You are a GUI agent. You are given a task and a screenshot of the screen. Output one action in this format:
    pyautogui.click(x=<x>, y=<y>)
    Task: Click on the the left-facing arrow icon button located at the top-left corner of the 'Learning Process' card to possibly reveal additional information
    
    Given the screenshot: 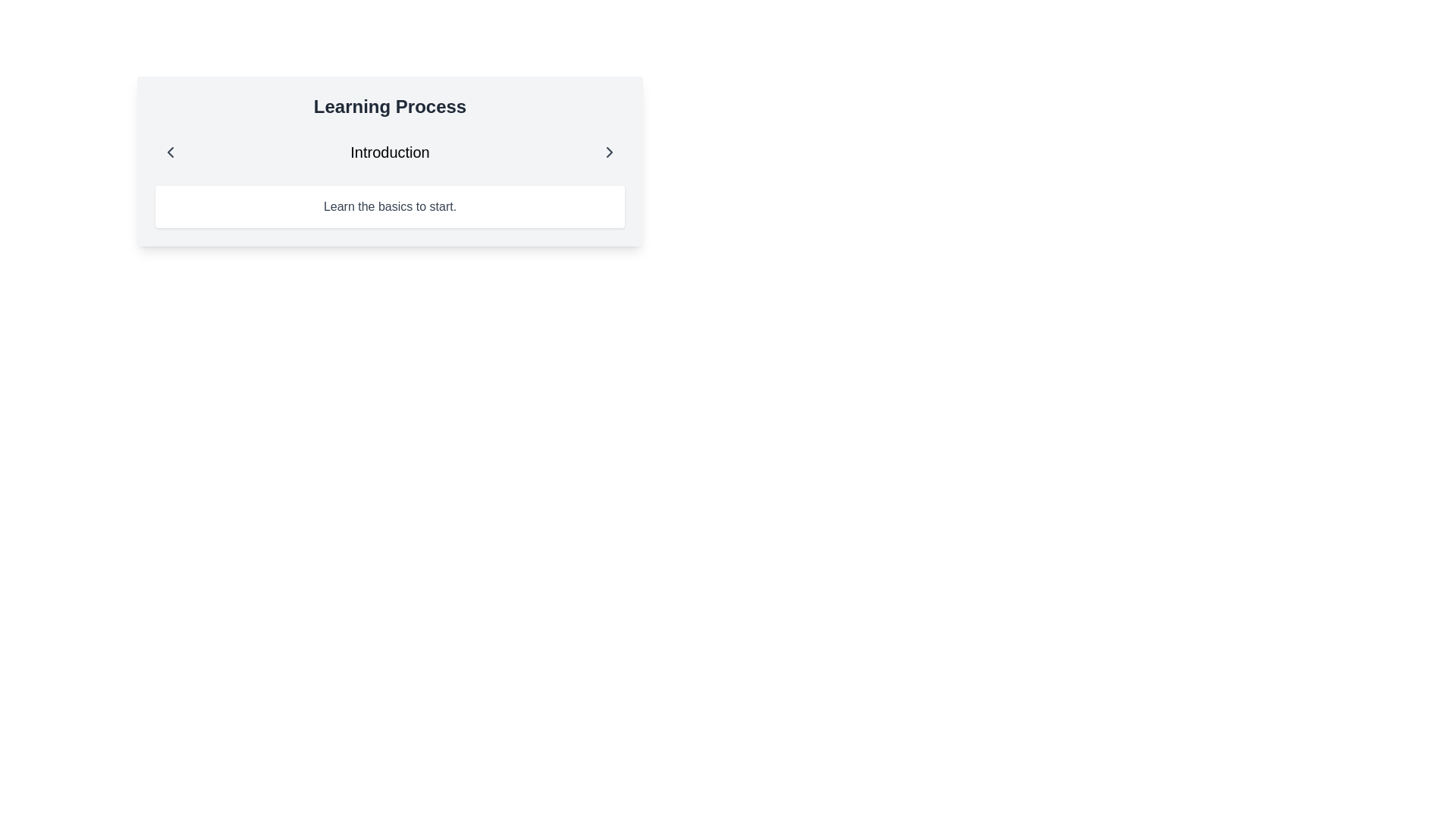 What is the action you would take?
    pyautogui.click(x=171, y=152)
    